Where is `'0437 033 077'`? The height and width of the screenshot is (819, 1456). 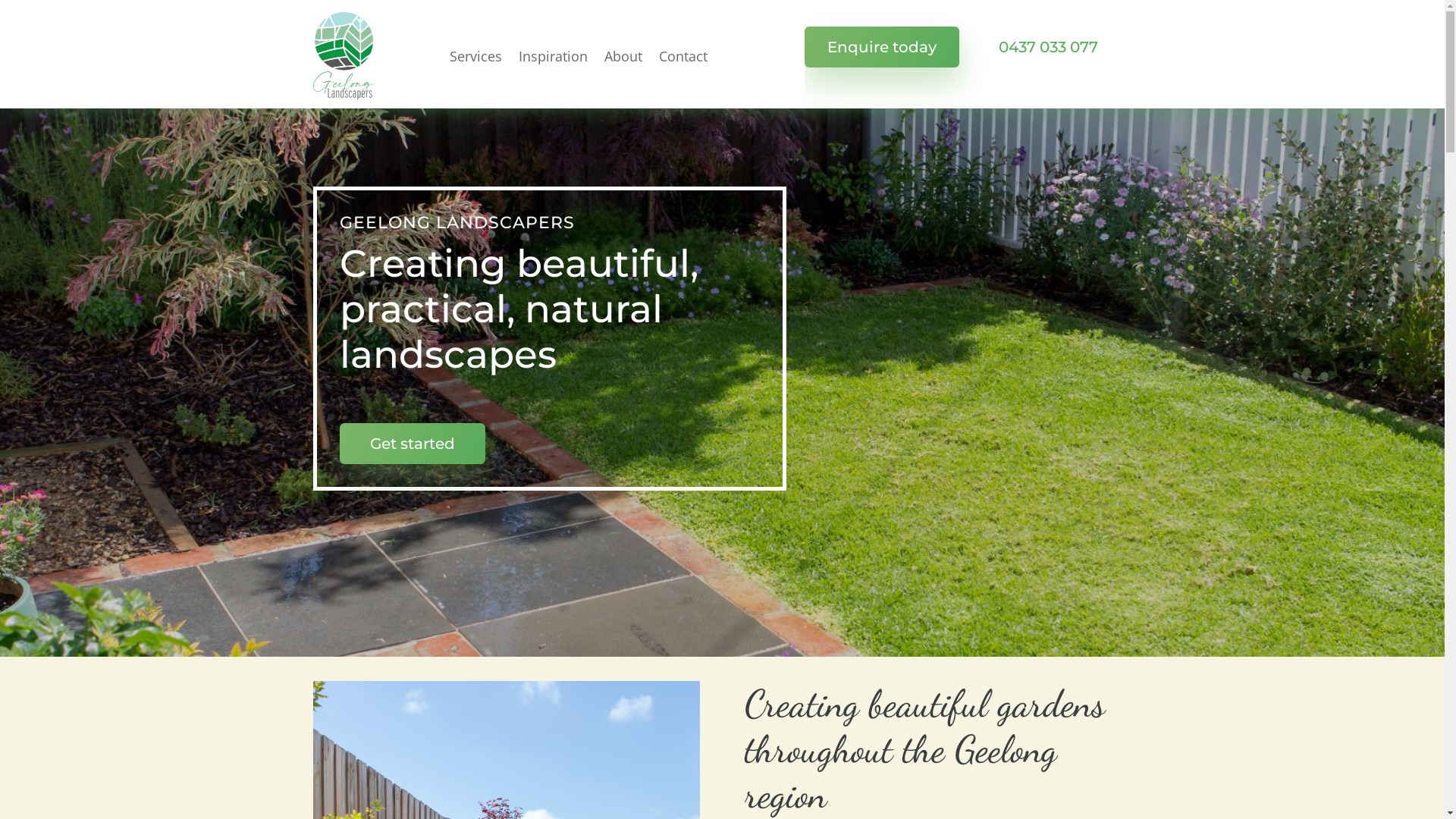
'0437 033 077' is located at coordinates (1046, 45).